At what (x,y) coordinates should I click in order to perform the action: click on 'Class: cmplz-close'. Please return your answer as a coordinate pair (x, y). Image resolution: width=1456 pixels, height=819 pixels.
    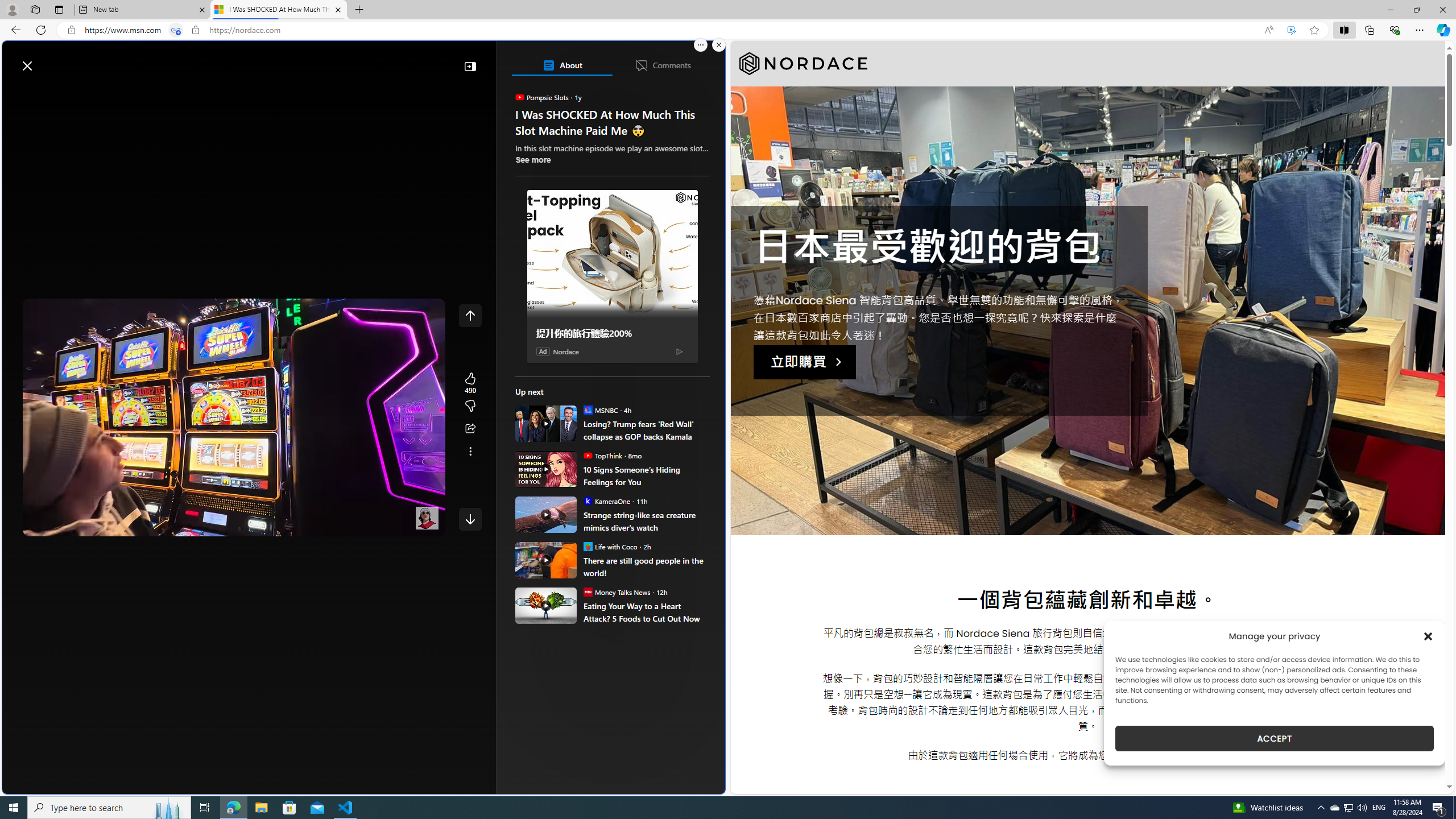
    Looking at the image, I should click on (1428, 636).